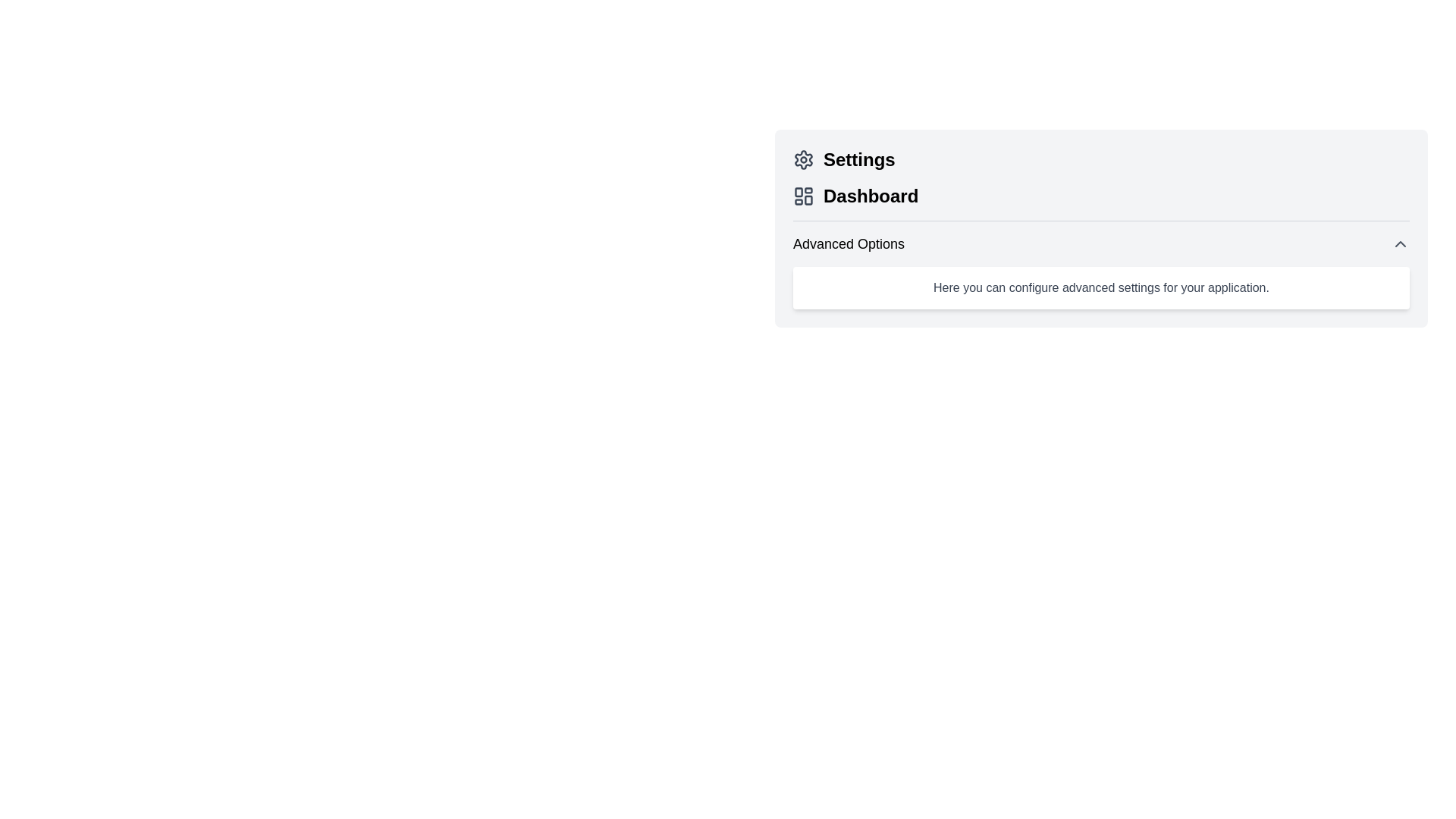 This screenshot has width=1456, height=819. I want to click on the Informational Text Block containing the text 'Here you can configure advanced settings for your application.' which is located within the 'Advanced Options' section of the settings panel, so click(1101, 288).